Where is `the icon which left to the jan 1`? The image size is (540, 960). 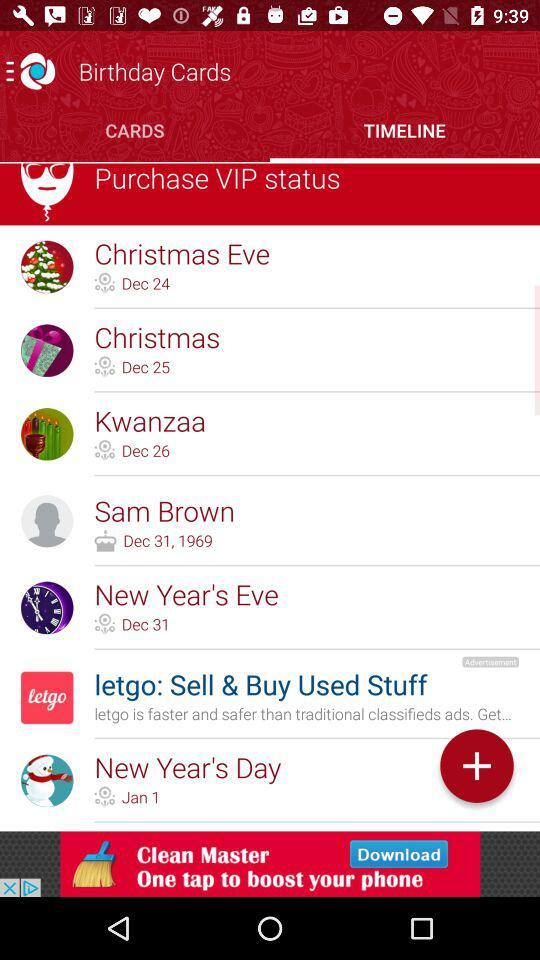
the icon which left to the jan 1 is located at coordinates (104, 796).